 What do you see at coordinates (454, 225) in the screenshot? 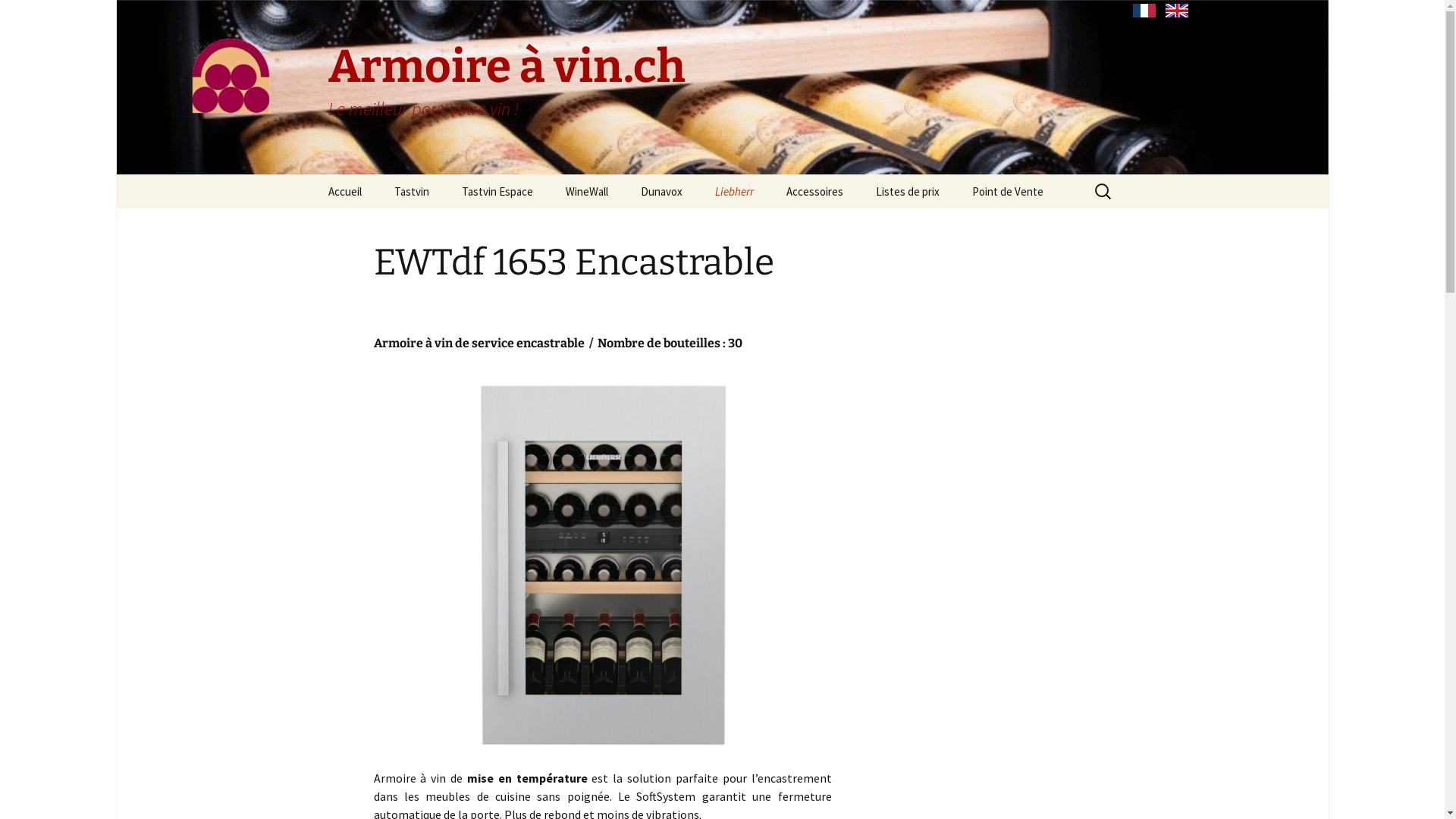
I see `'Tastvin Vieillissement'` at bounding box center [454, 225].